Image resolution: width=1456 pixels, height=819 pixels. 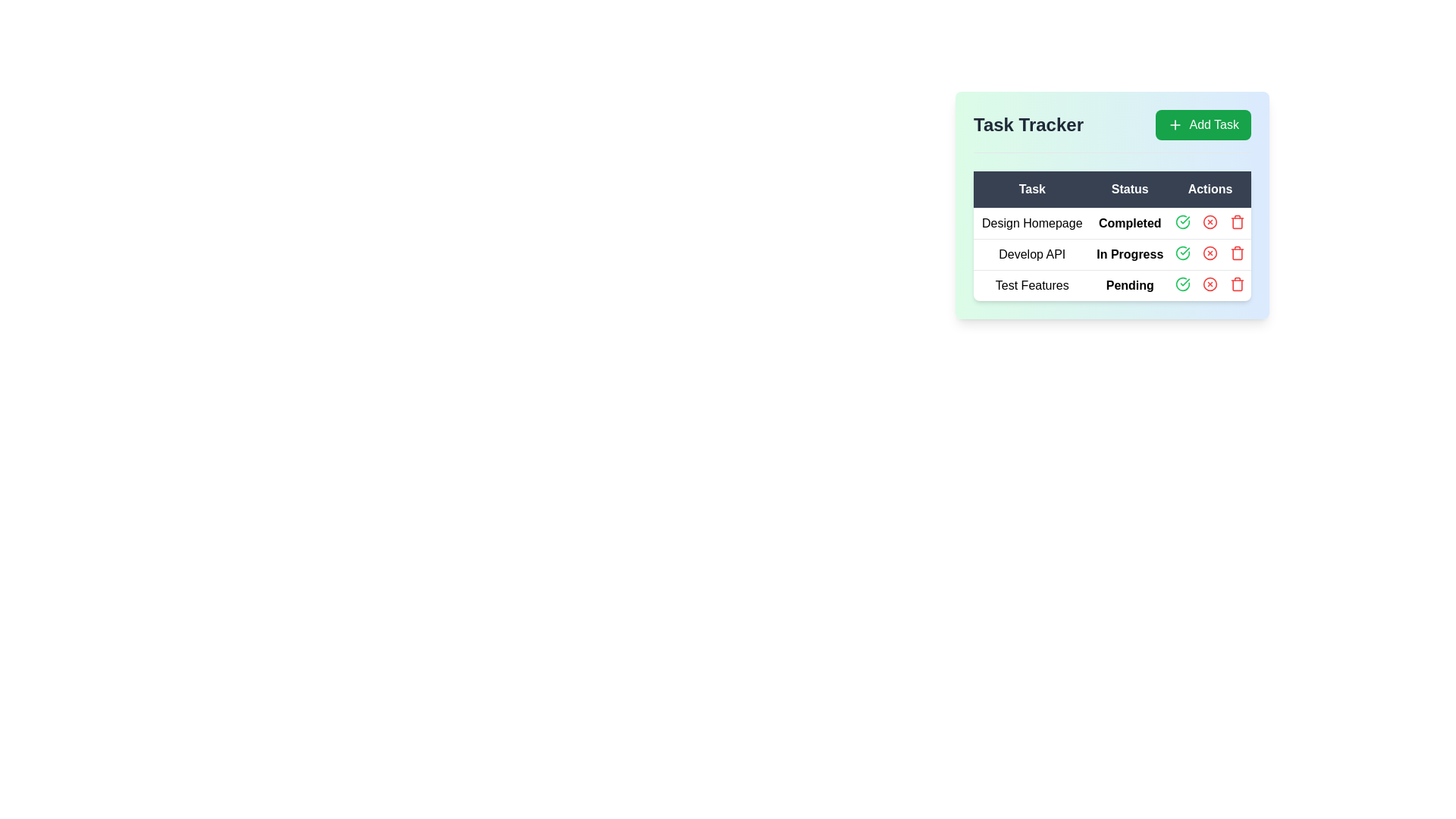 What do you see at coordinates (1210, 284) in the screenshot?
I see `the reject button located in the 'Actions' column of the row labeled 'Test Features'` at bounding box center [1210, 284].